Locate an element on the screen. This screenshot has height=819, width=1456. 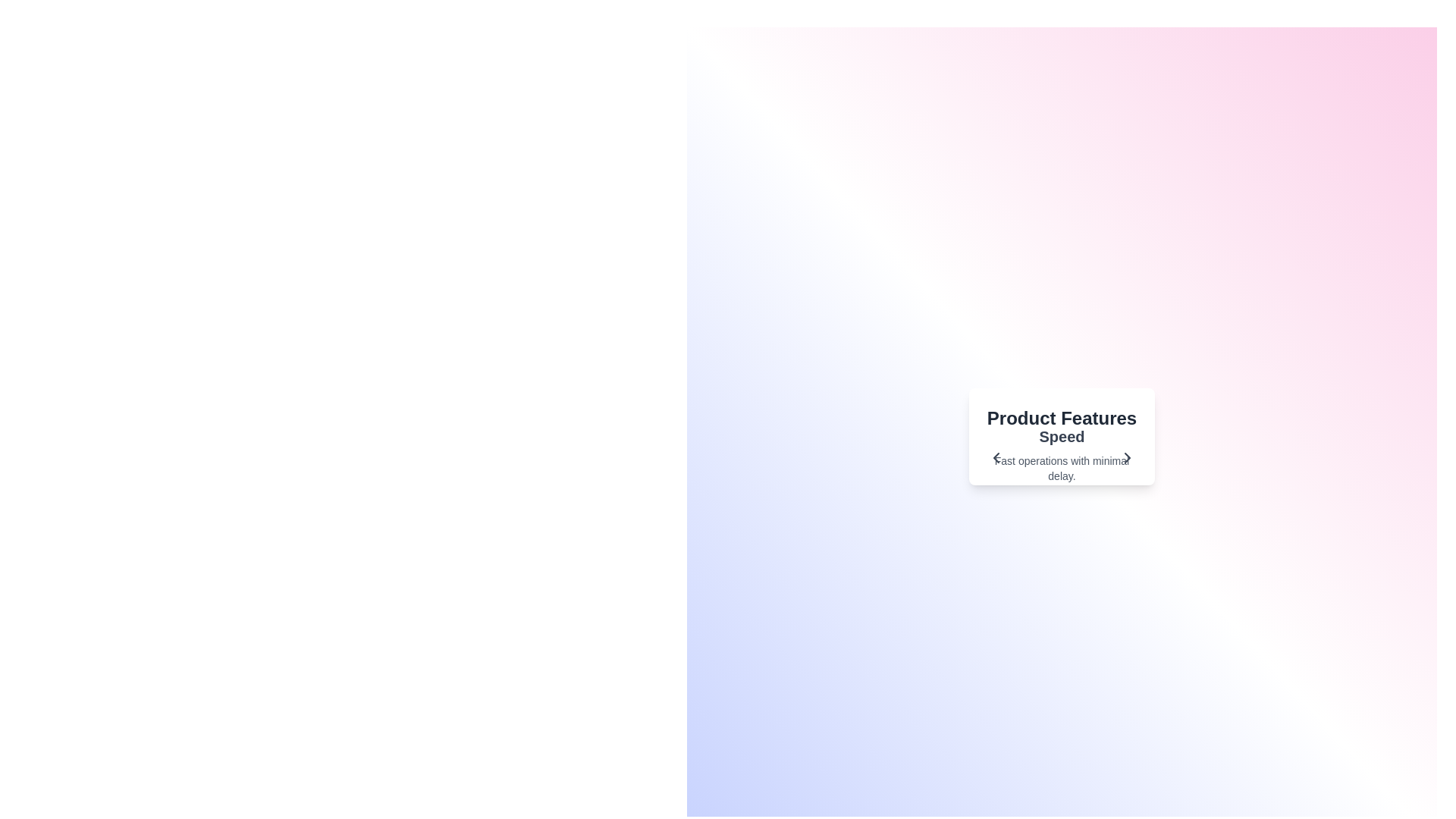
the text label element displaying 'Fast operations with minimal delay.' which is located at the bottom of a card-like section with a title 'Speed' above it is located at coordinates (1061, 467).